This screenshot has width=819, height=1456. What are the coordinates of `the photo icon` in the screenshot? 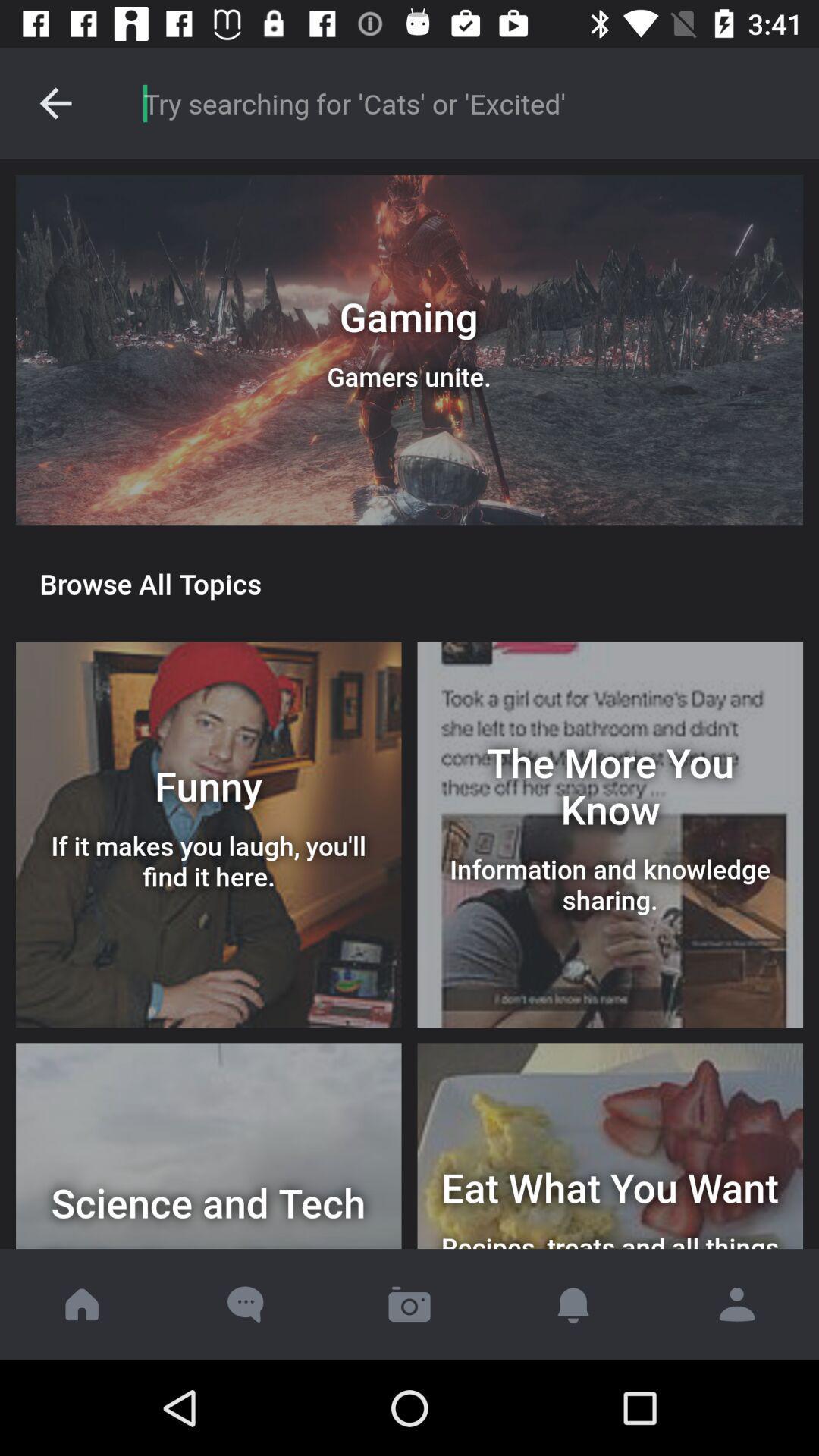 It's located at (409, 1304).